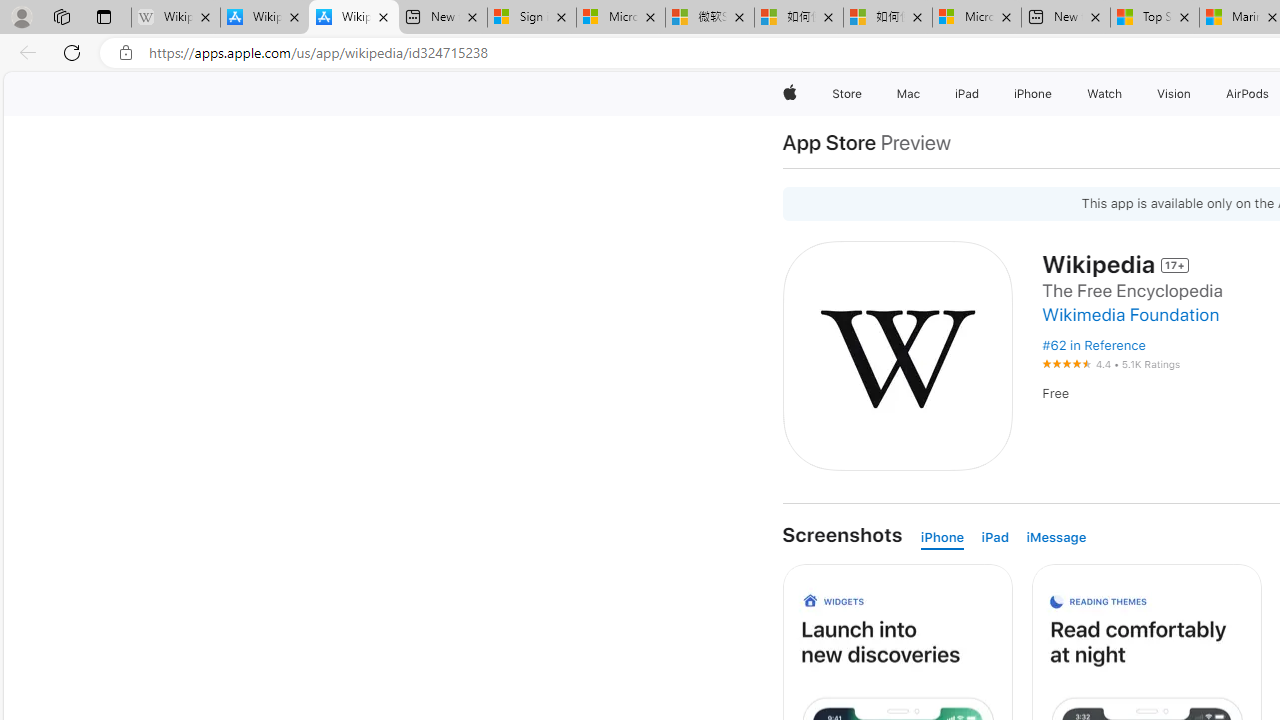  Describe the element at coordinates (829, 141) in the screenshot. I see `'App Store'` at that location.